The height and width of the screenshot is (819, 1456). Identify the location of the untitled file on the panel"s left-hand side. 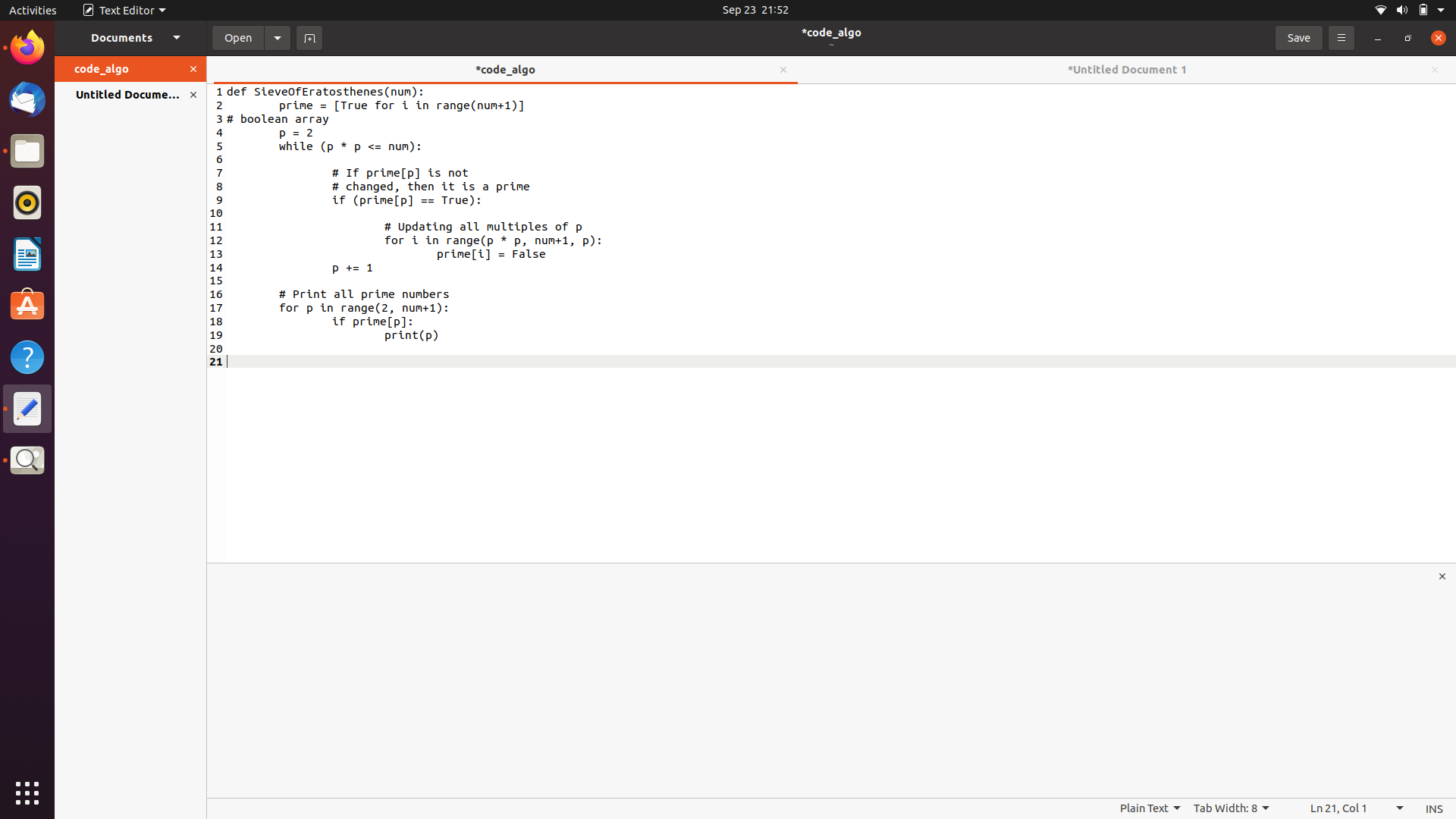
(119, 94).